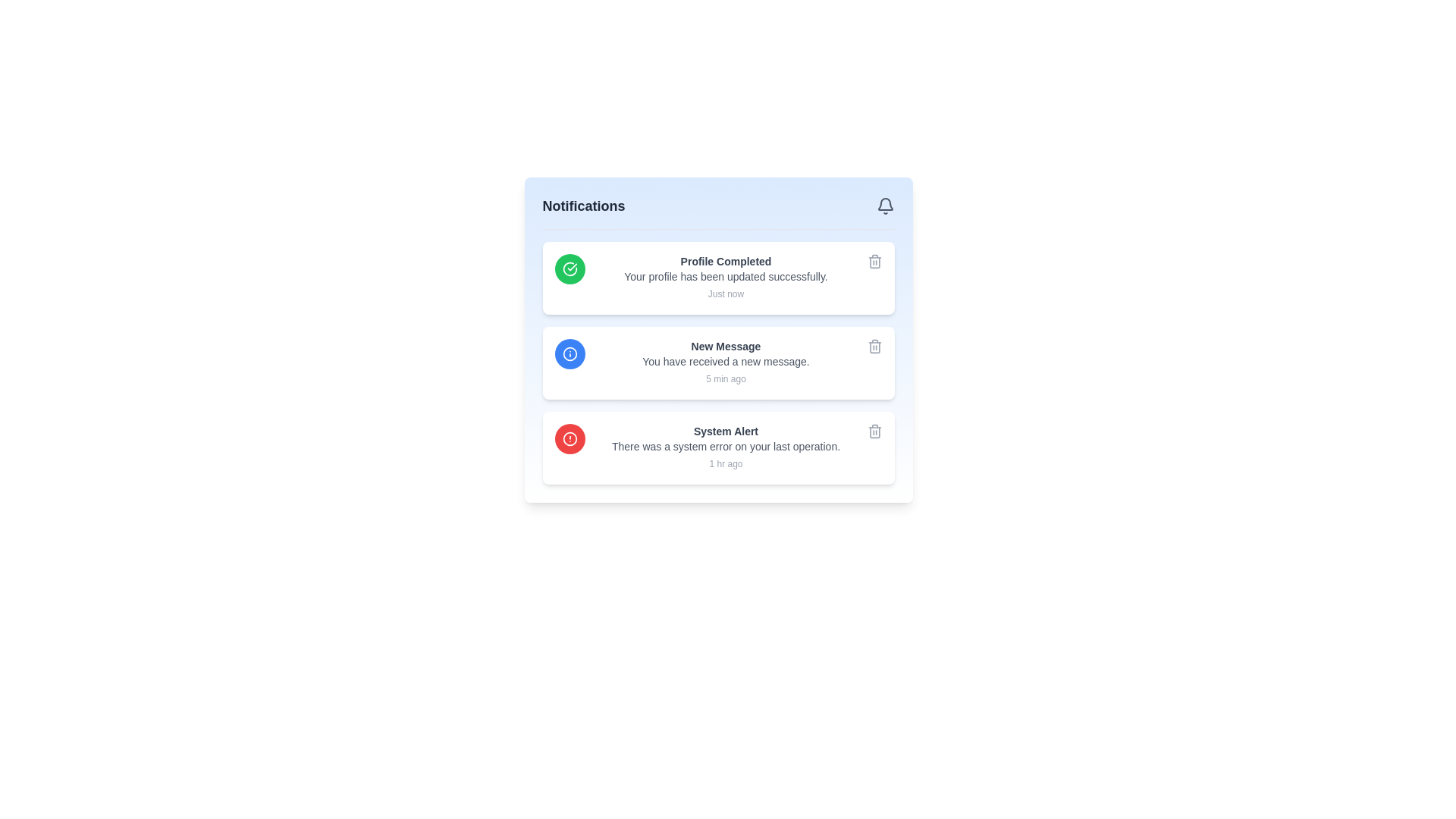  What do you see at coordinates (569, 438) in the screenshot?
I see `the circular icon with a red background and white alert symbol, located to the left of the 'System Alert' text in the third notification box` at bounding box center [569, 438].